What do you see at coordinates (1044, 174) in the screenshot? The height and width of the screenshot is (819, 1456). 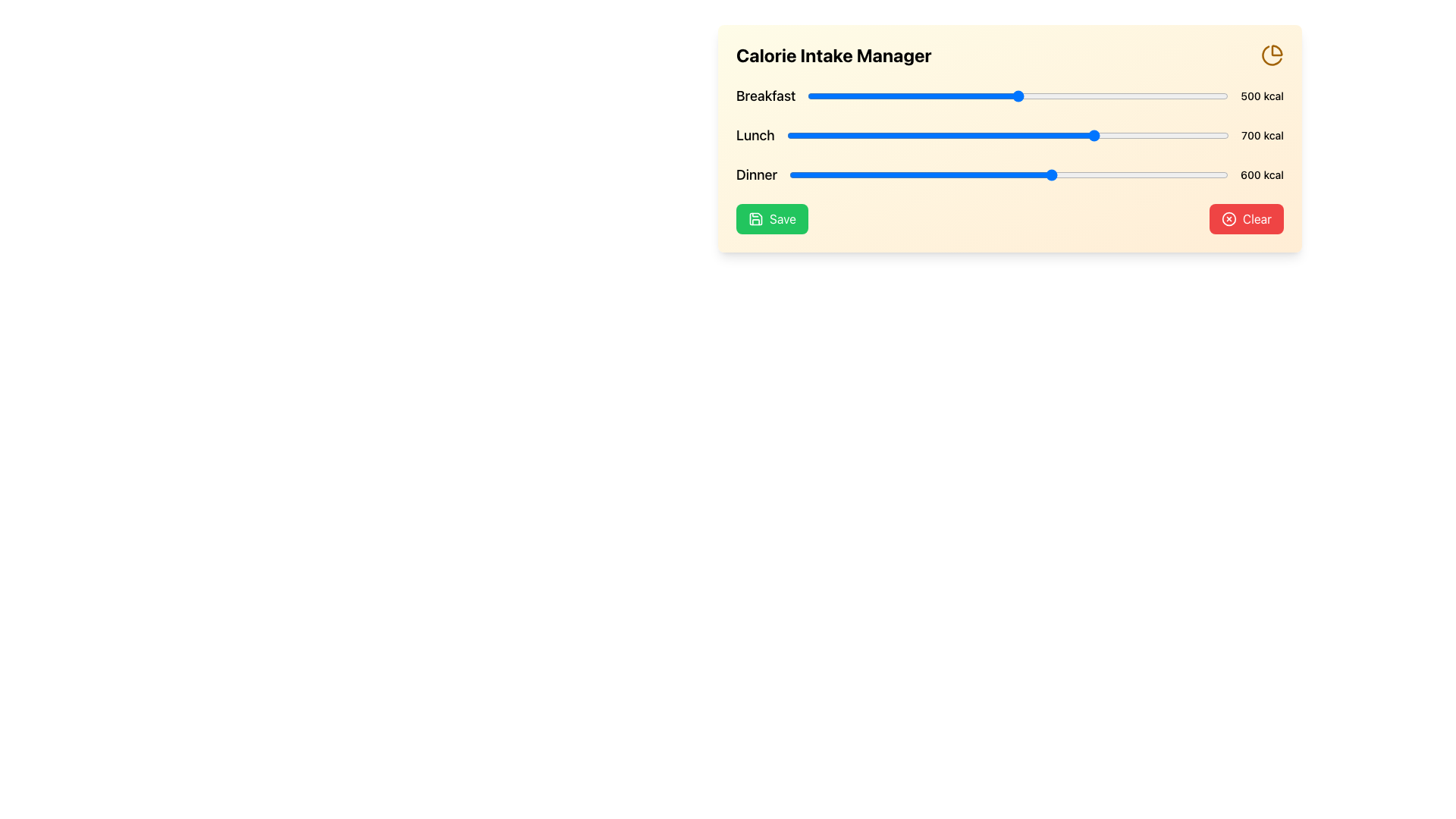 I see `the dinner calorie intake slider` at bounding box center [1044, 174].